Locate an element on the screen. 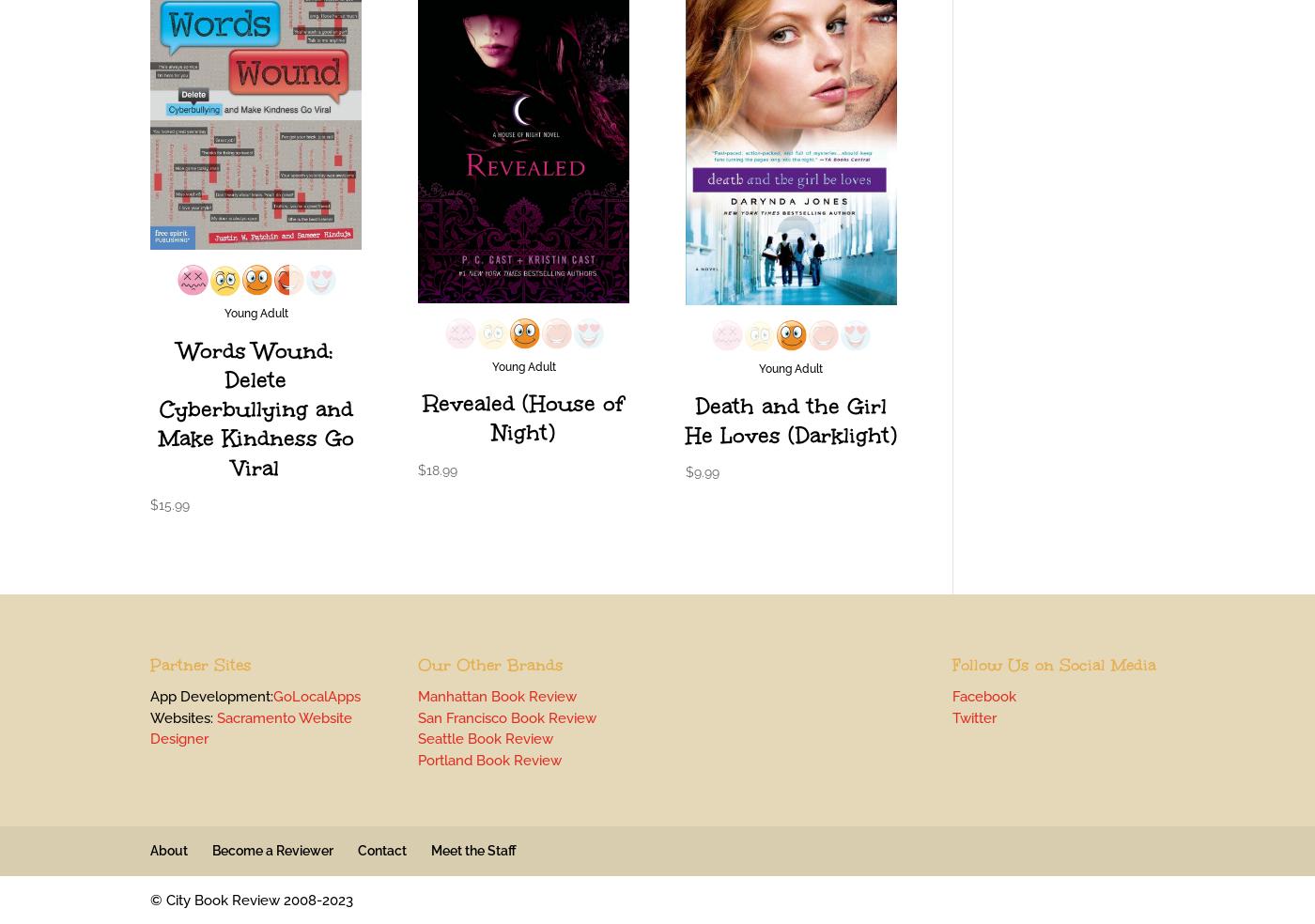  'Websites:' is located at coordinates (183, 716).